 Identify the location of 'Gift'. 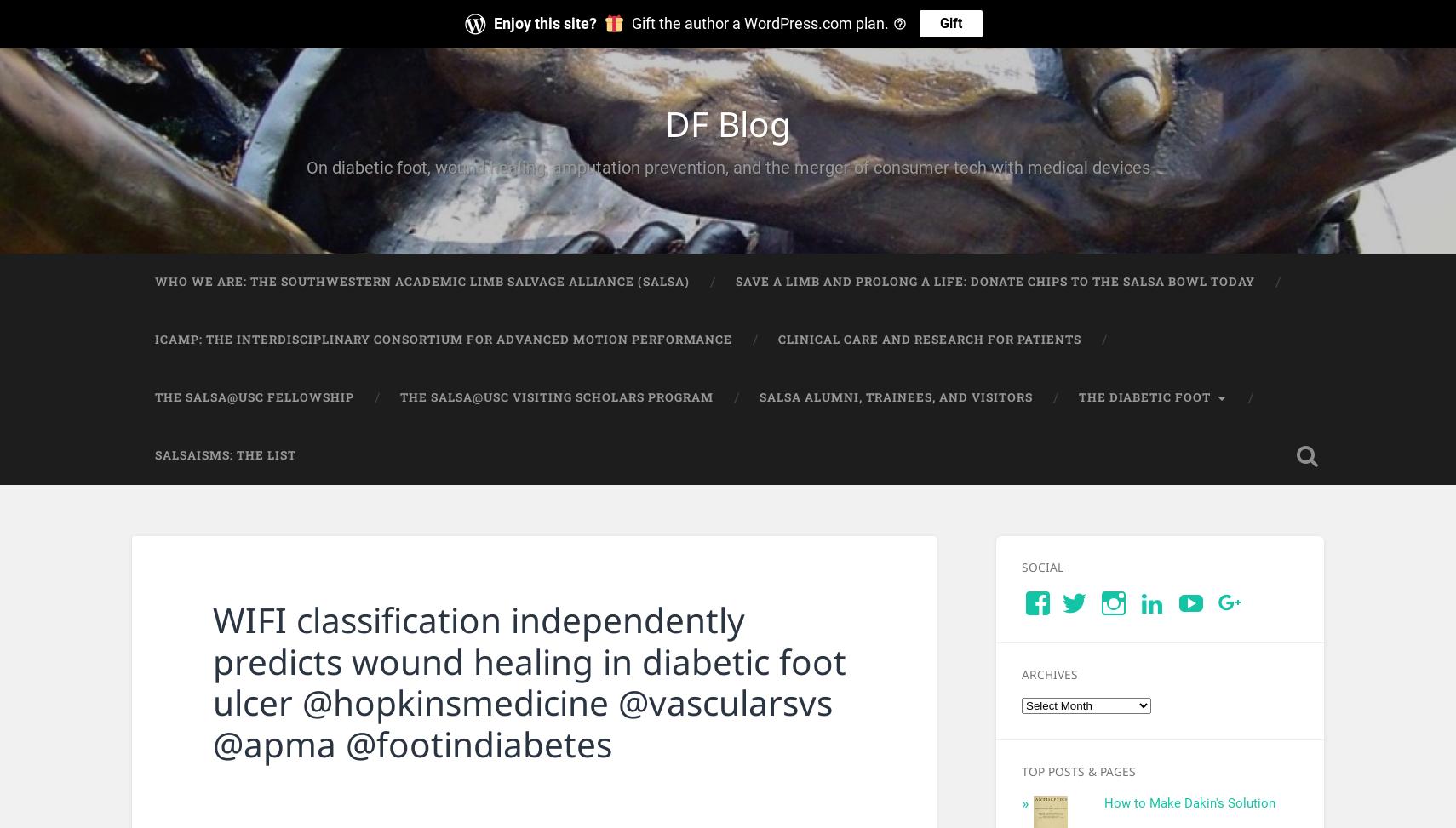
(949, 23).